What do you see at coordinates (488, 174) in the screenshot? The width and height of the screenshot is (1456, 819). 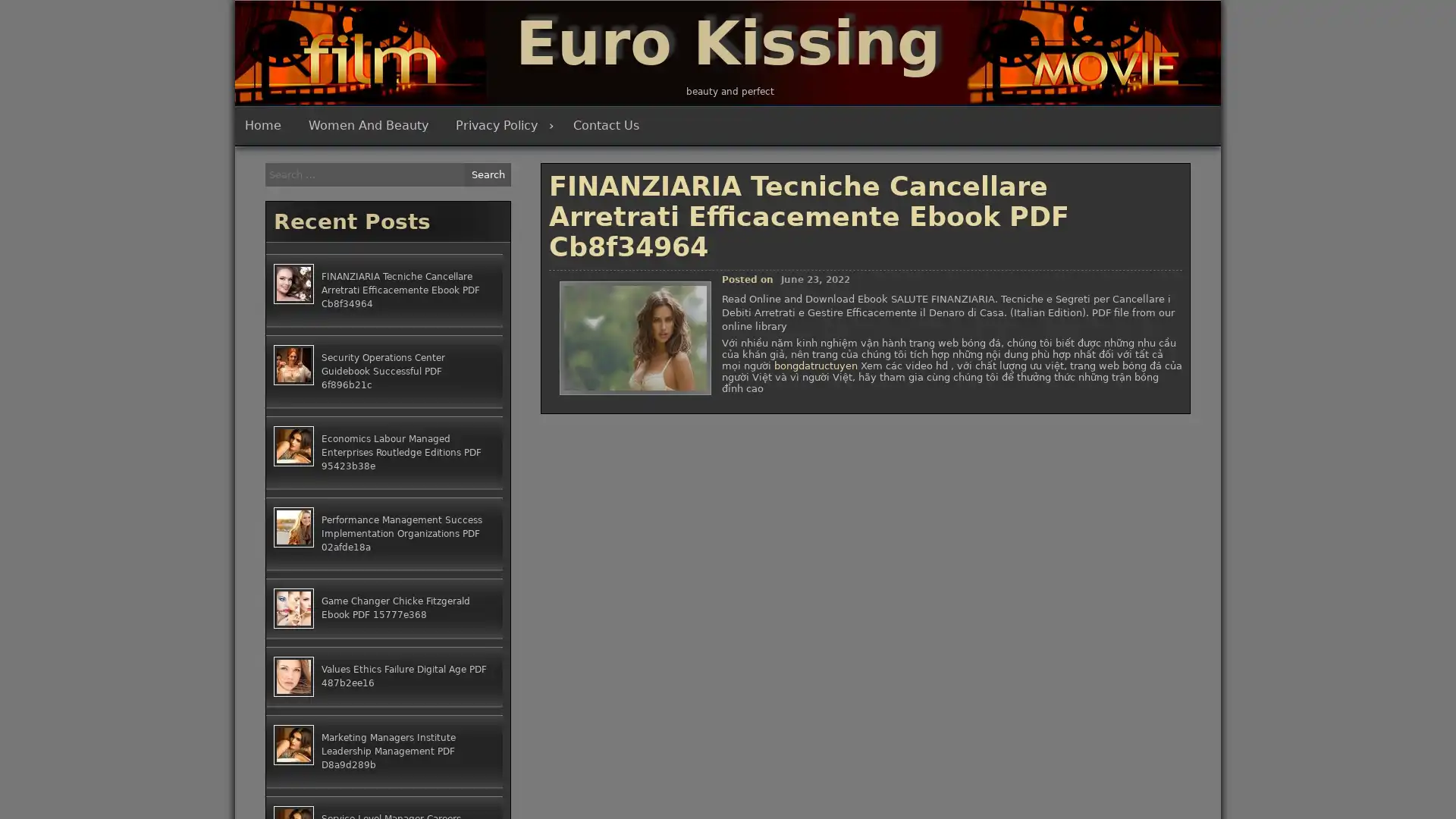 I see `Search` at bounding box center [488, 174].